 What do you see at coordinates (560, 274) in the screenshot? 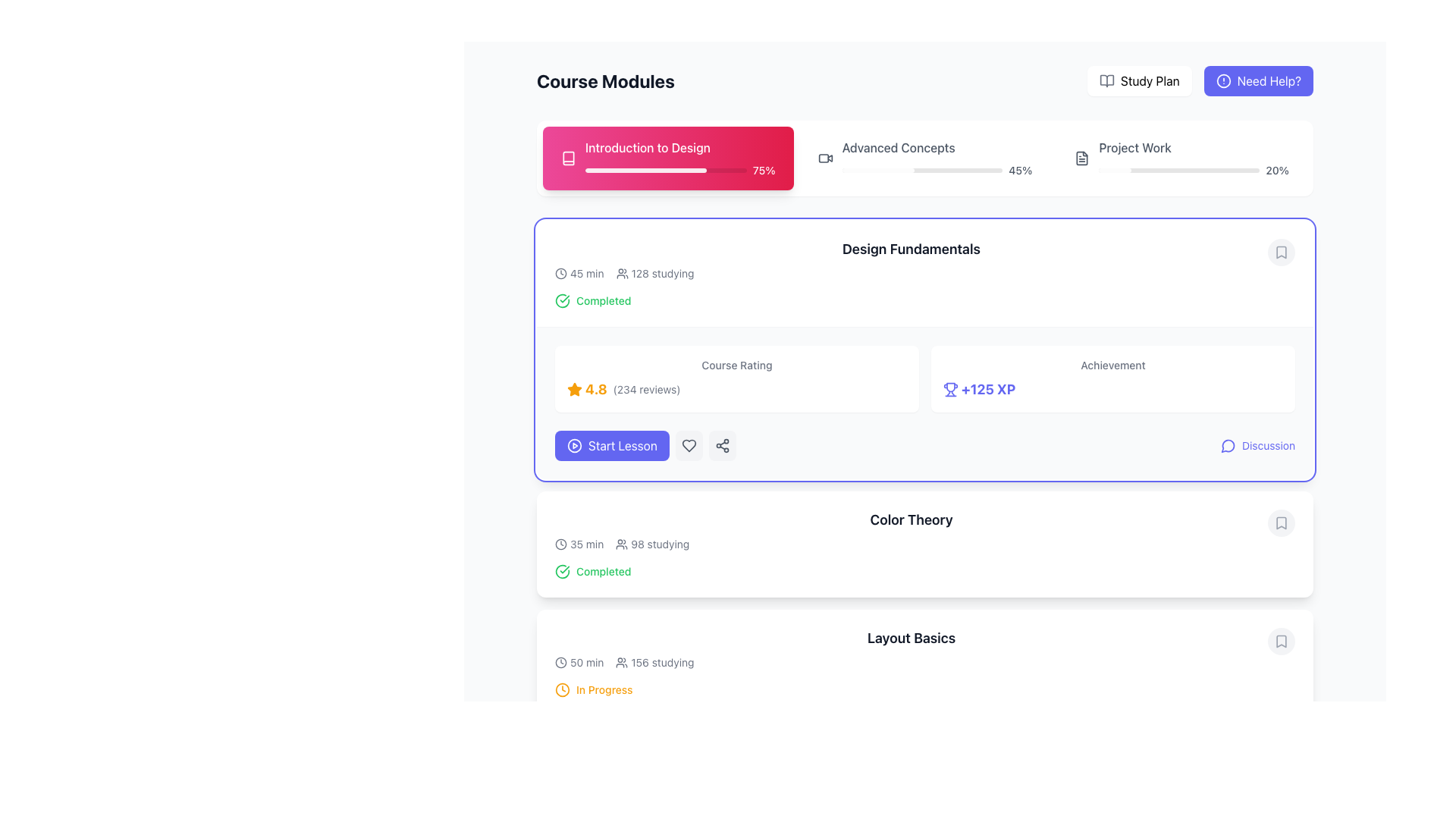
I see `the time-related icon located to the left of the '45 min' text in the 'Design Fundamentals' section of the course modules` at bounding box center [560, 274].